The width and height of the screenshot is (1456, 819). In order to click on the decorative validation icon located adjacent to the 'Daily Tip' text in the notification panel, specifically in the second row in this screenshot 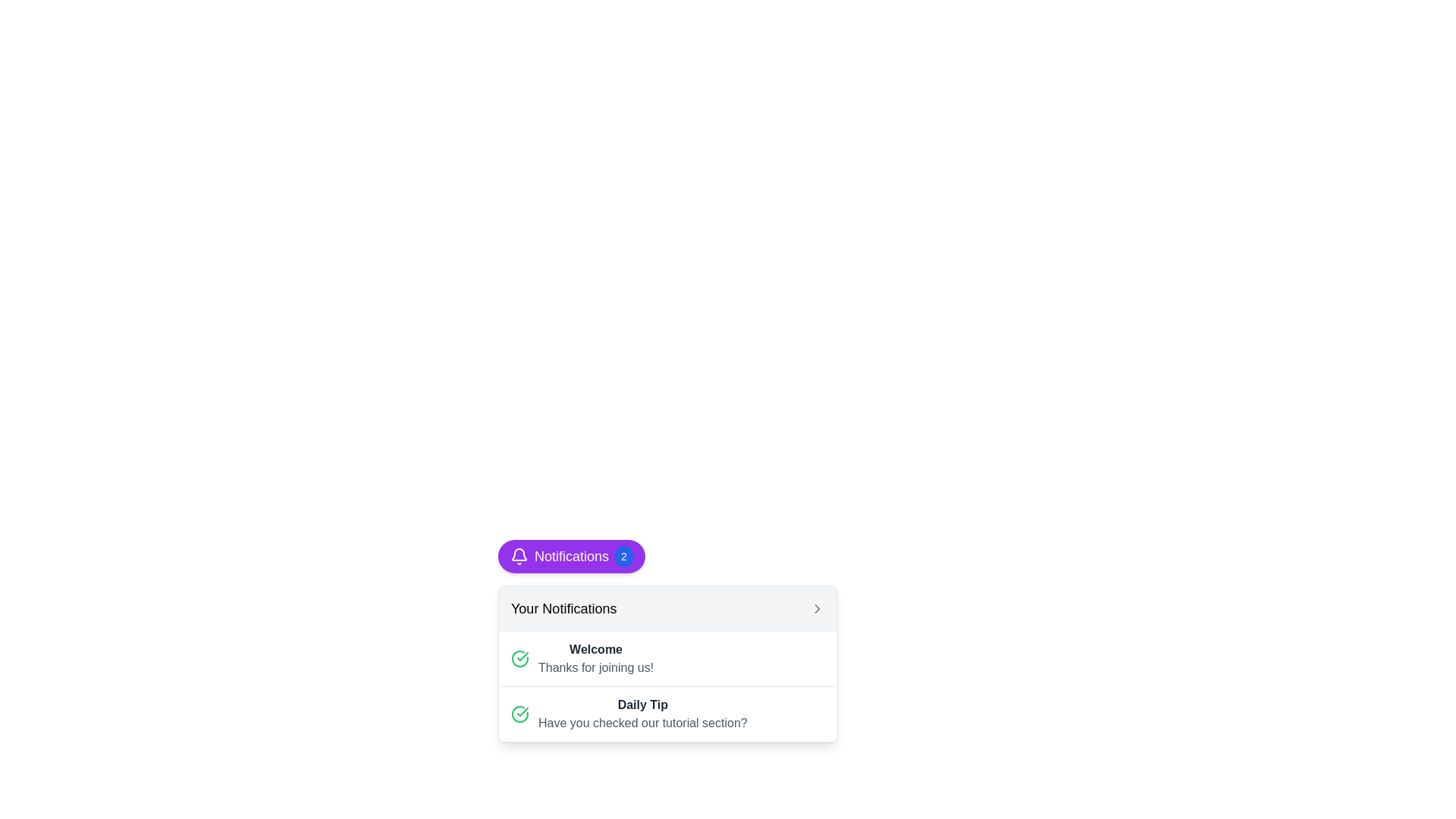, I will do `click(520, 657)`.